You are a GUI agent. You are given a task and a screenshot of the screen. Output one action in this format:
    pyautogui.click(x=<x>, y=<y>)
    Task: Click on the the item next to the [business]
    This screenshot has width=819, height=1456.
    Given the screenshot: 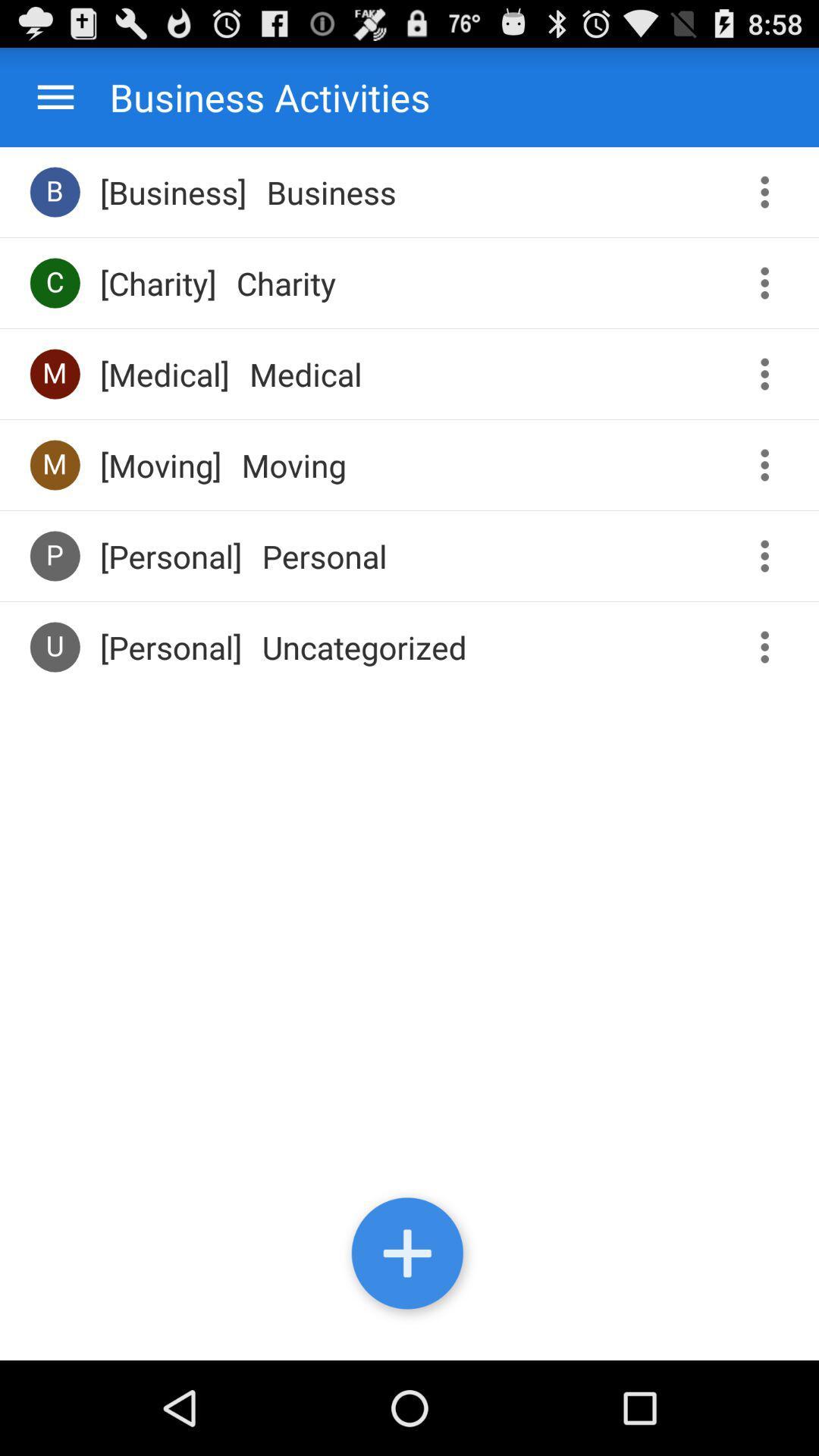 What is the action you would take?
    pyautogui.click(x=54, y=191)
    